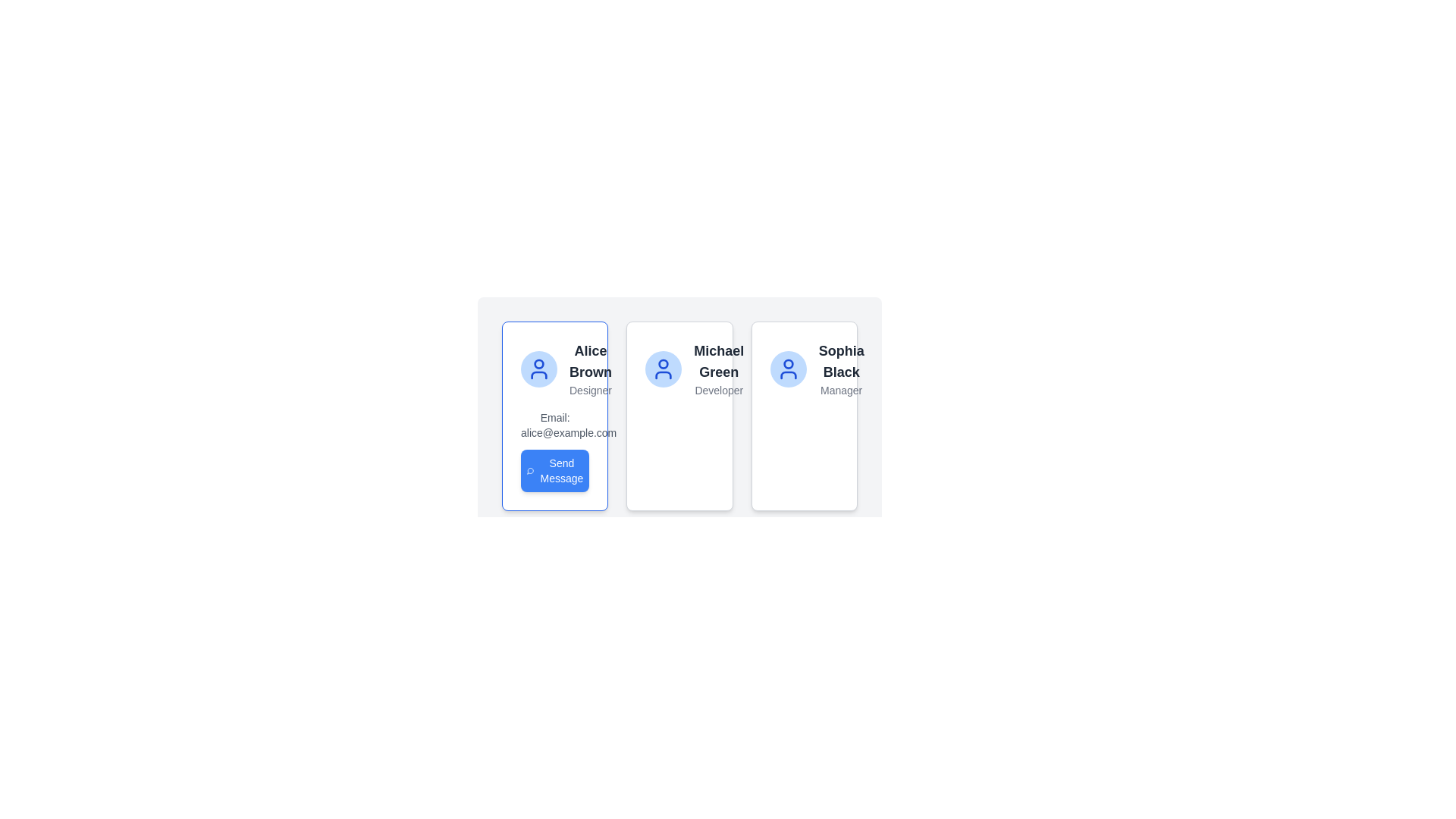 The image size is (1456, 819). Describe the element at coordinates (718, 362) in the screenshot. I see `the text block displaying the name 'Michael Green' which is part of a card-like UI component located at the top section of the middle card` at that location.